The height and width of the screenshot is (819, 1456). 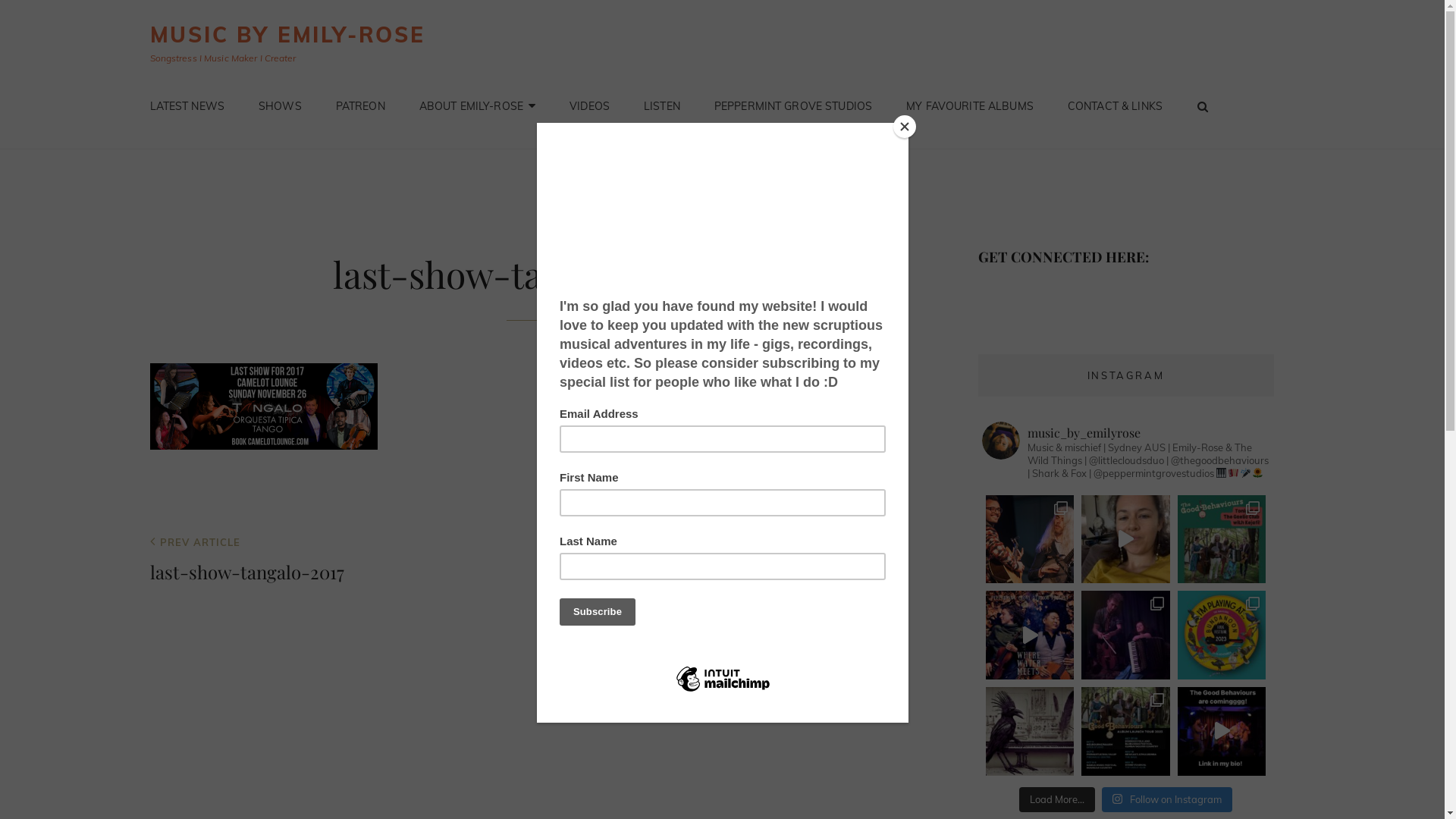 What do you see at coordinates (134, 105) in the screenshot?
I see `'LATEST NEWS'` at bounding box center [134, 105].